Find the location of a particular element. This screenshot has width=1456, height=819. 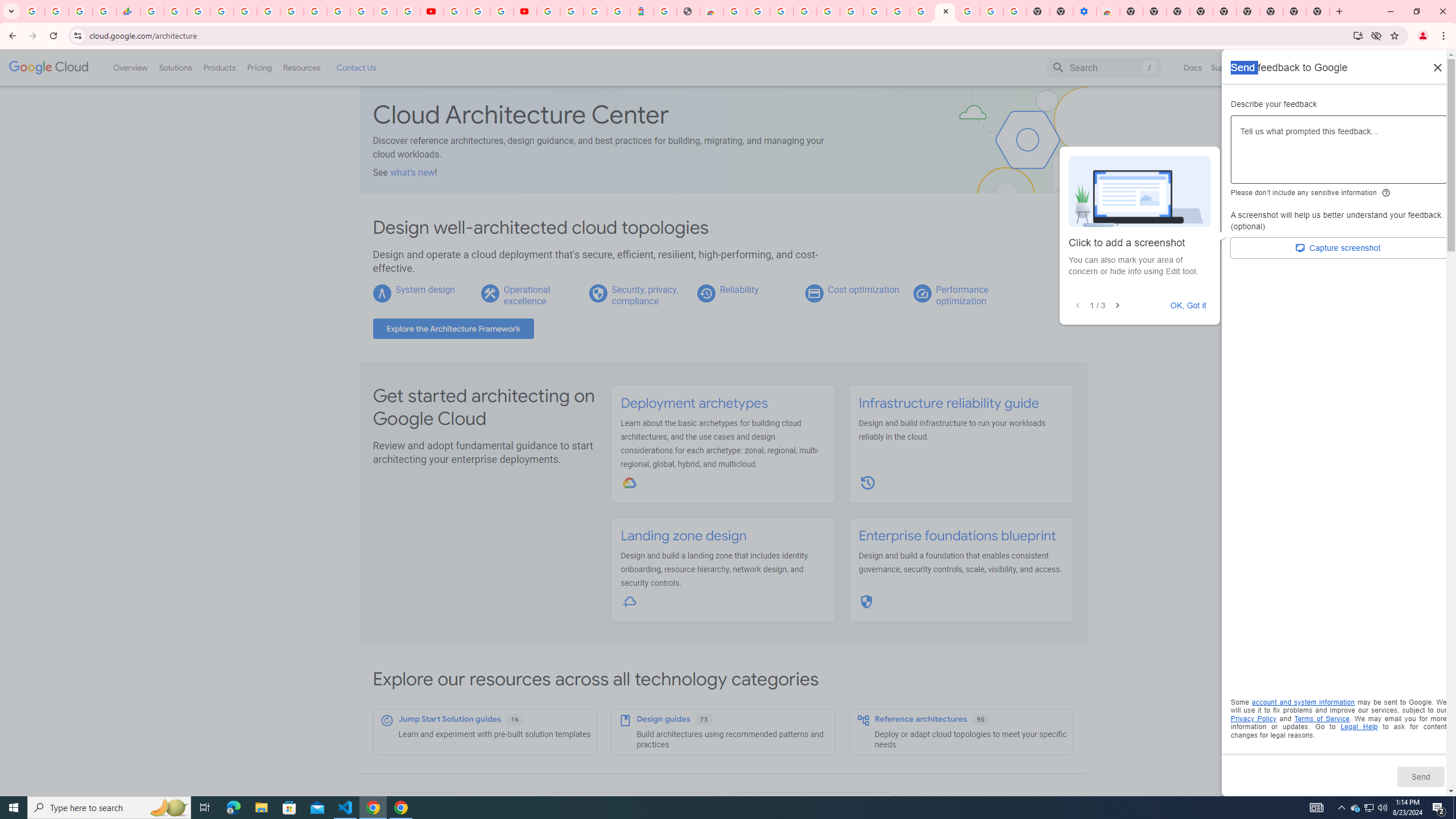

'Google Account Help' is located at coordinates (477, 11).